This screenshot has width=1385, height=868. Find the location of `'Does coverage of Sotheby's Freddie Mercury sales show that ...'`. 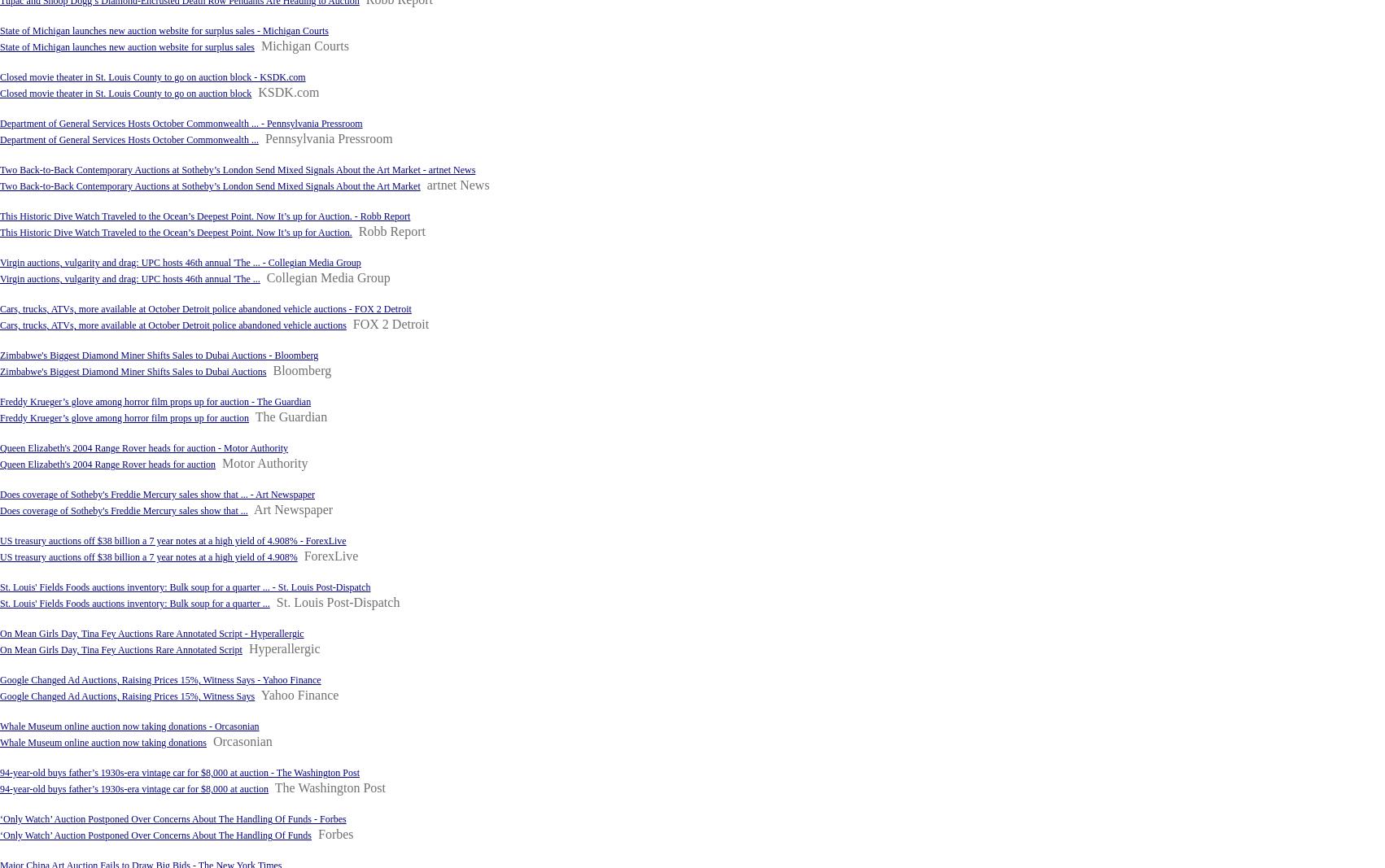

'Does coverage of Sotheby's Freddie Mercury sales show that ...' is located at coordinates (0, 511).